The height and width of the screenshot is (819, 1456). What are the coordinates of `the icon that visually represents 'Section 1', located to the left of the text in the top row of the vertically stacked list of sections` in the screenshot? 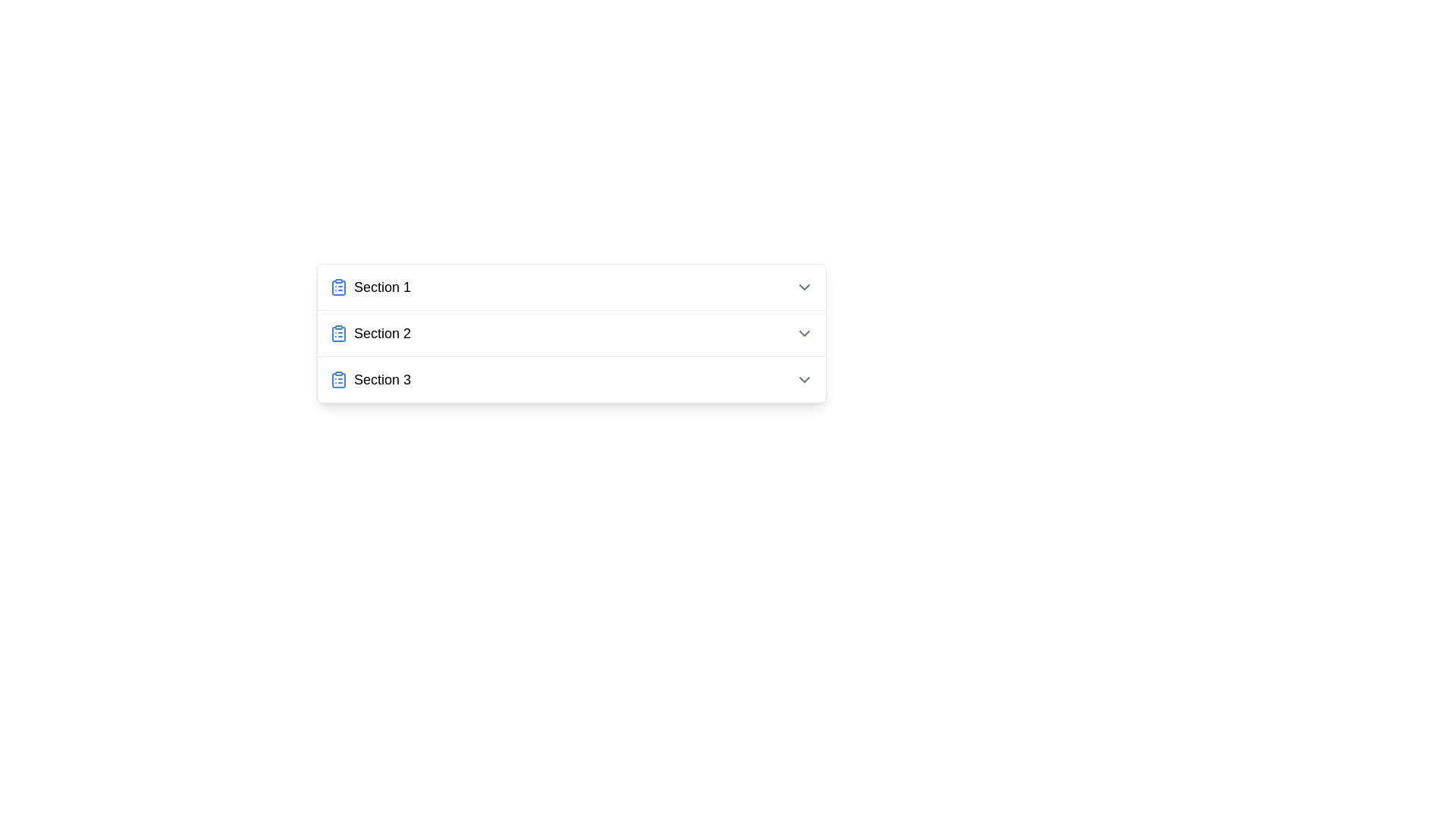 It's located at (337, 287).